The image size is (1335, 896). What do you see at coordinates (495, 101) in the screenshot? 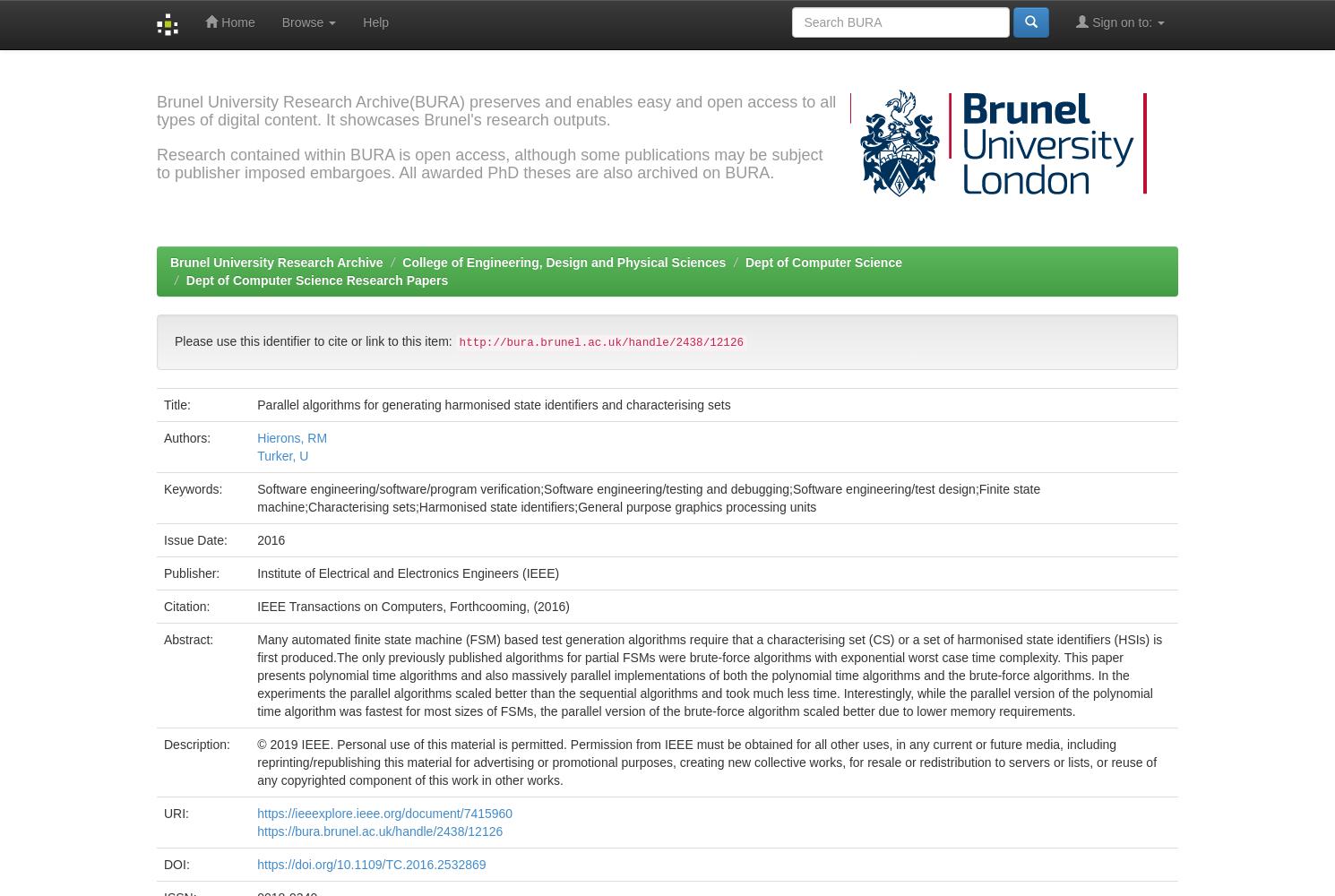
I see `'Brunel University Research Archive(BURA) preserves and enables easy and open access to all'` at bounding box center [495, 101].